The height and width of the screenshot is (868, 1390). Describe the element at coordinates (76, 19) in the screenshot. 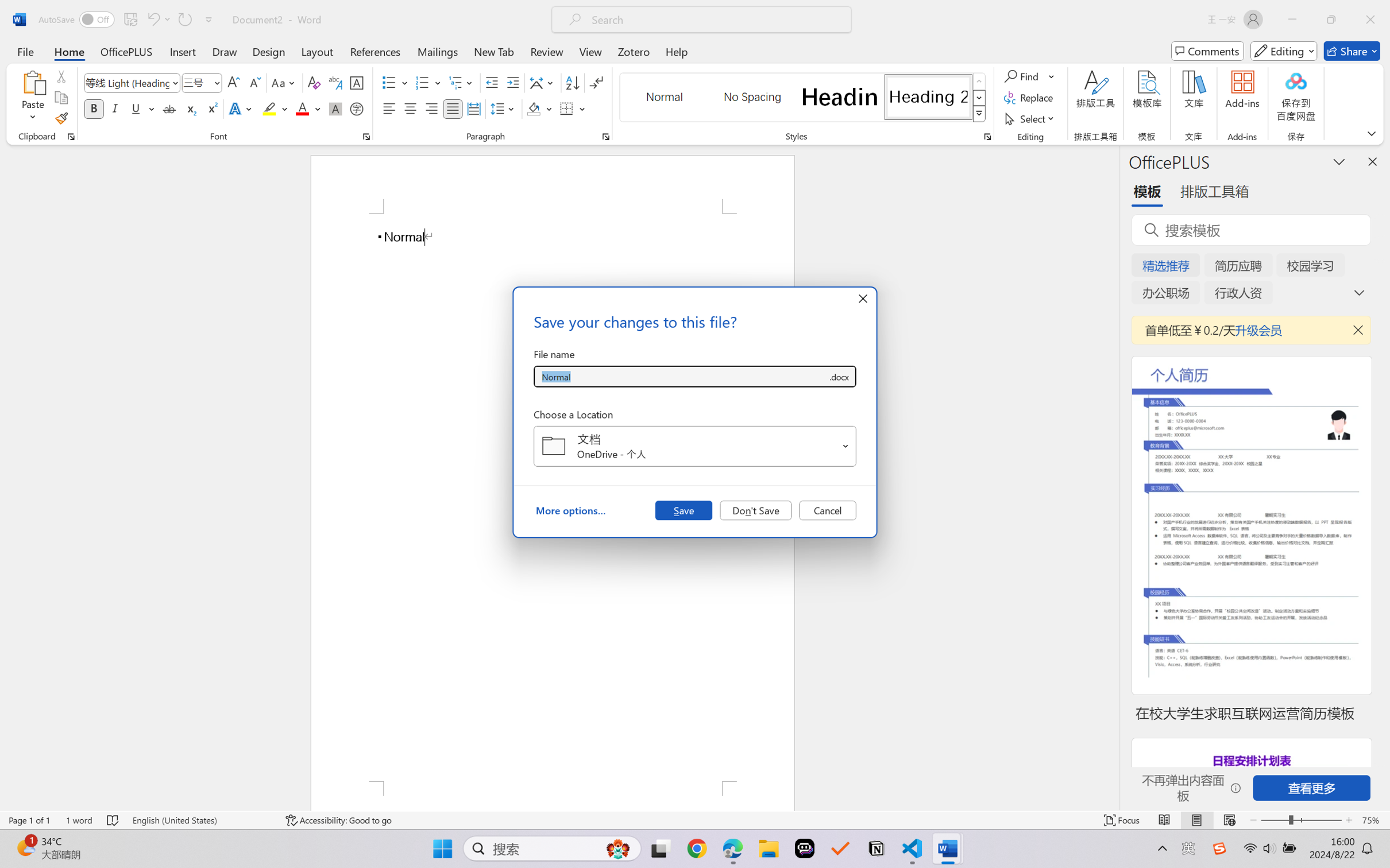

I see `'AutoSave'` at that location.